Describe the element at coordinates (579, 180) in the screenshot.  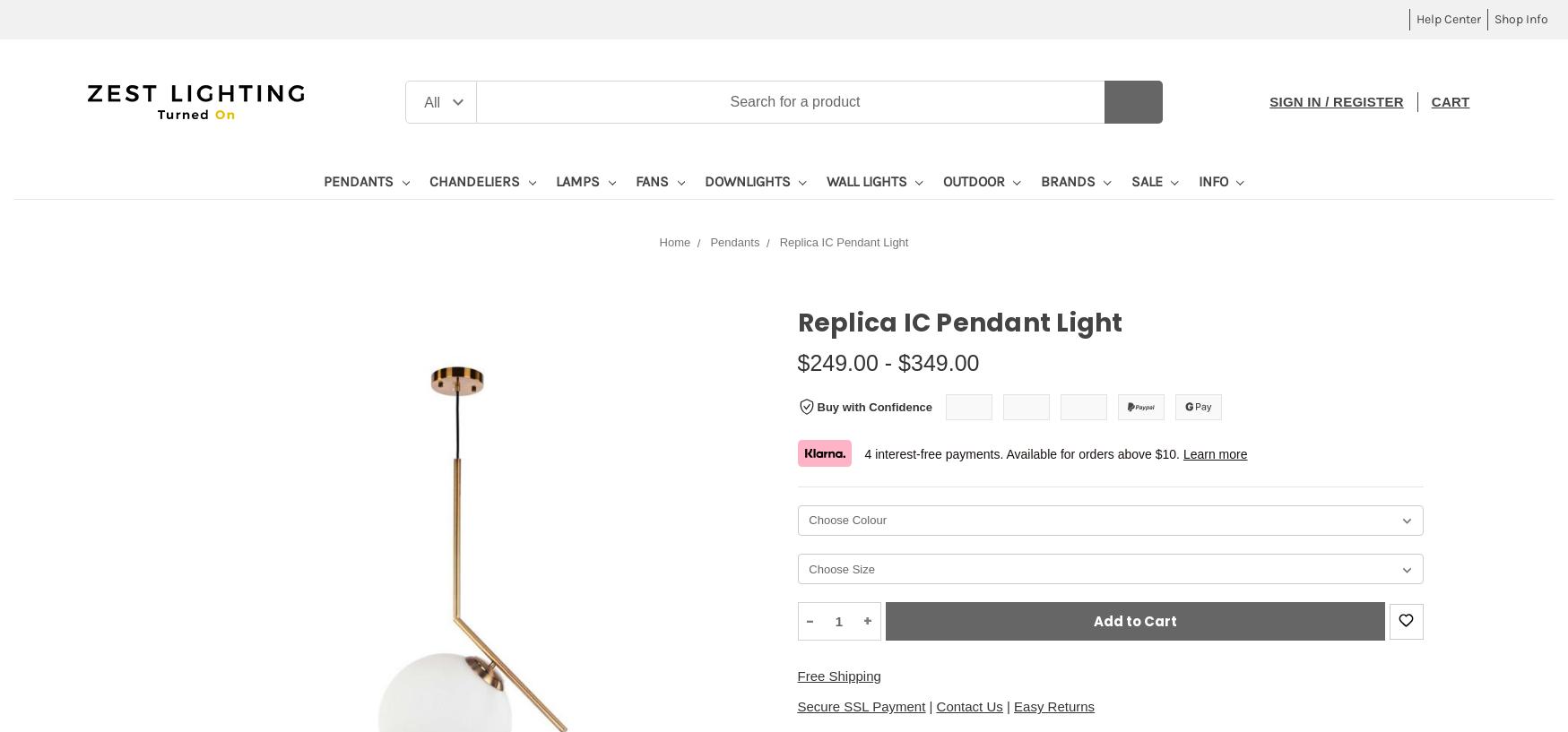
I see `'Lamps'` at that location.